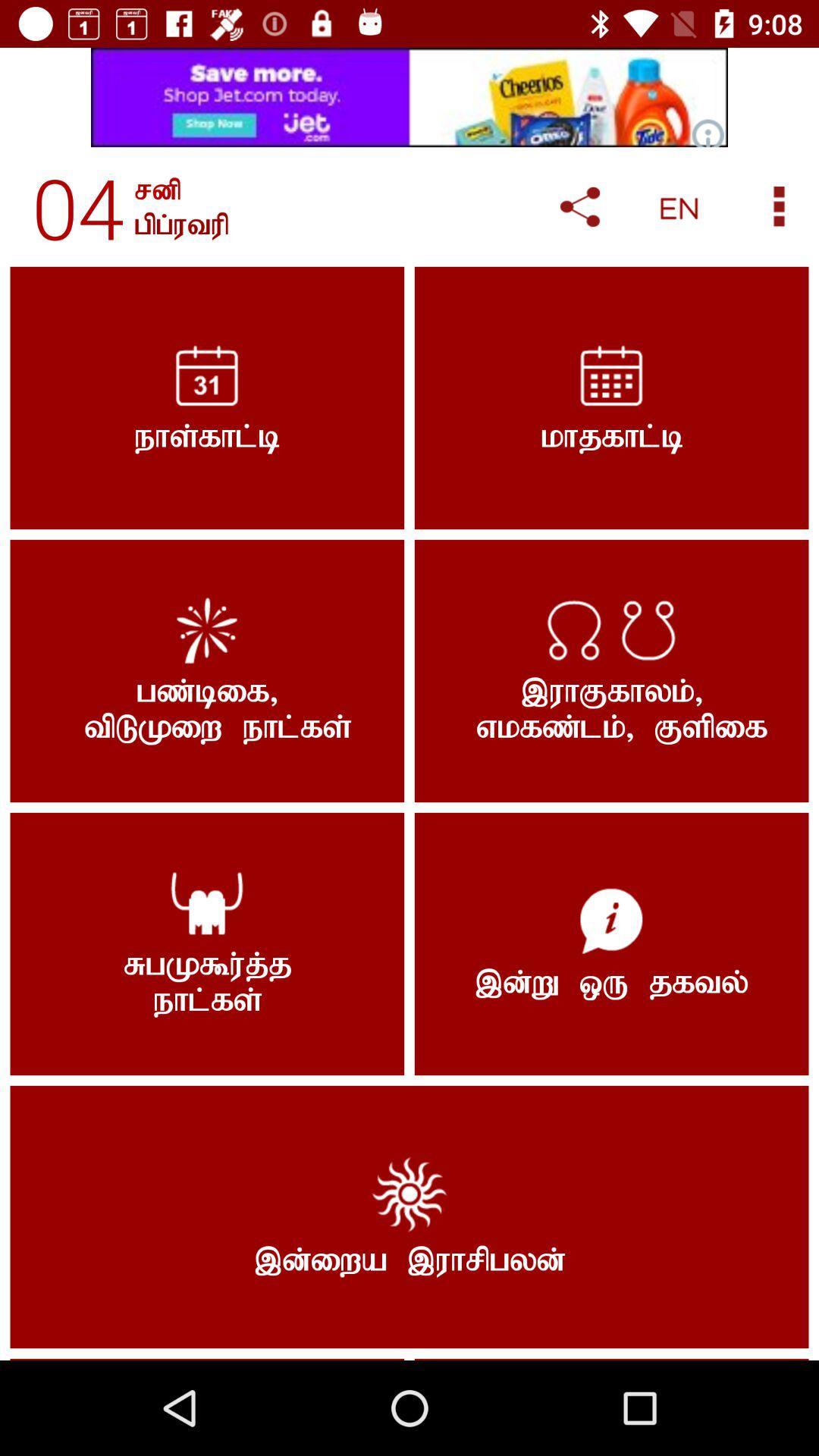 The image size is (819, 1456). Describe the element at coordinates (779, 206) in the screenshot. I see `settings` at that location.